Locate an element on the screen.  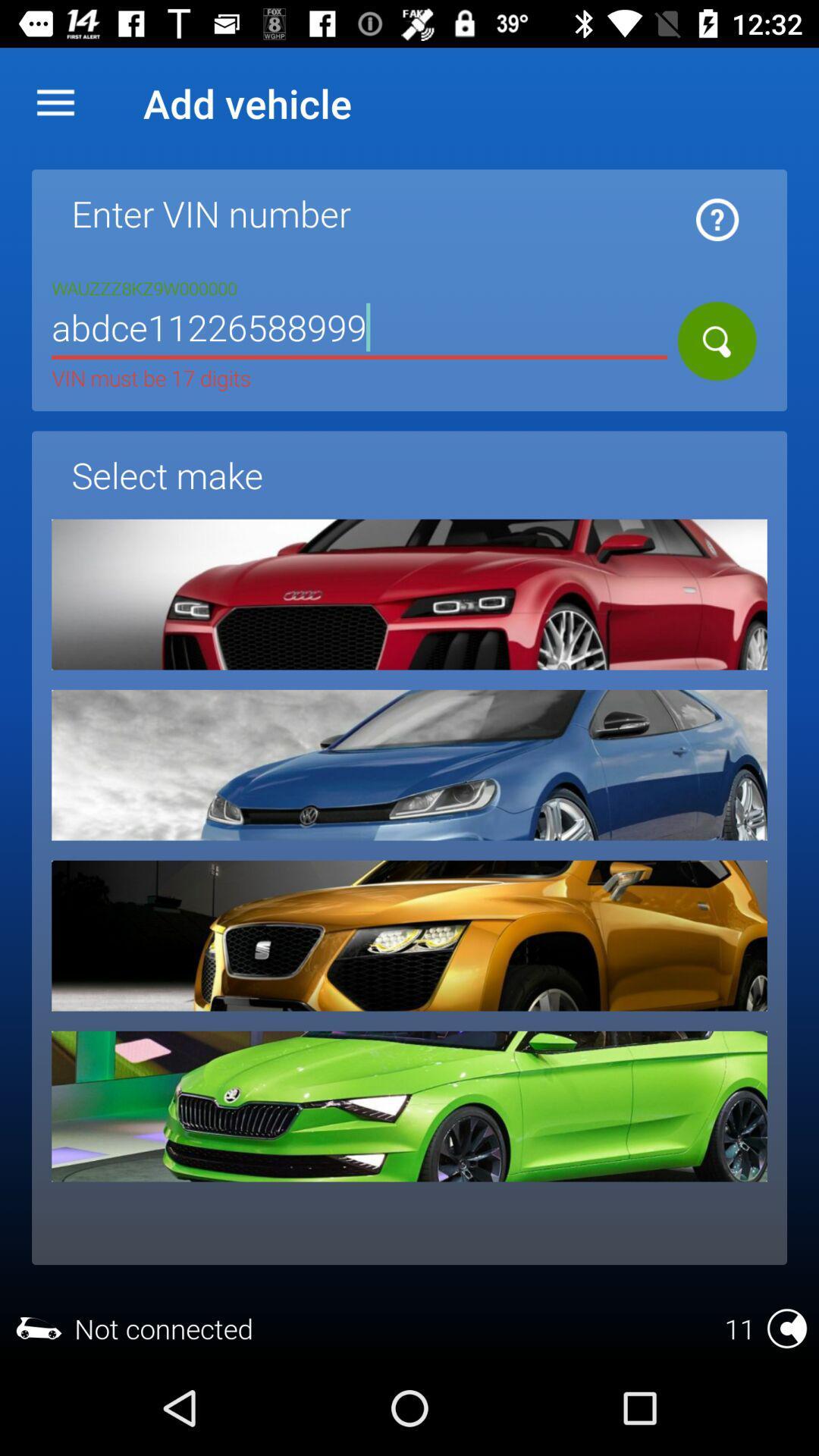
icon next to add vehicle is located at coordinates (55, 102).